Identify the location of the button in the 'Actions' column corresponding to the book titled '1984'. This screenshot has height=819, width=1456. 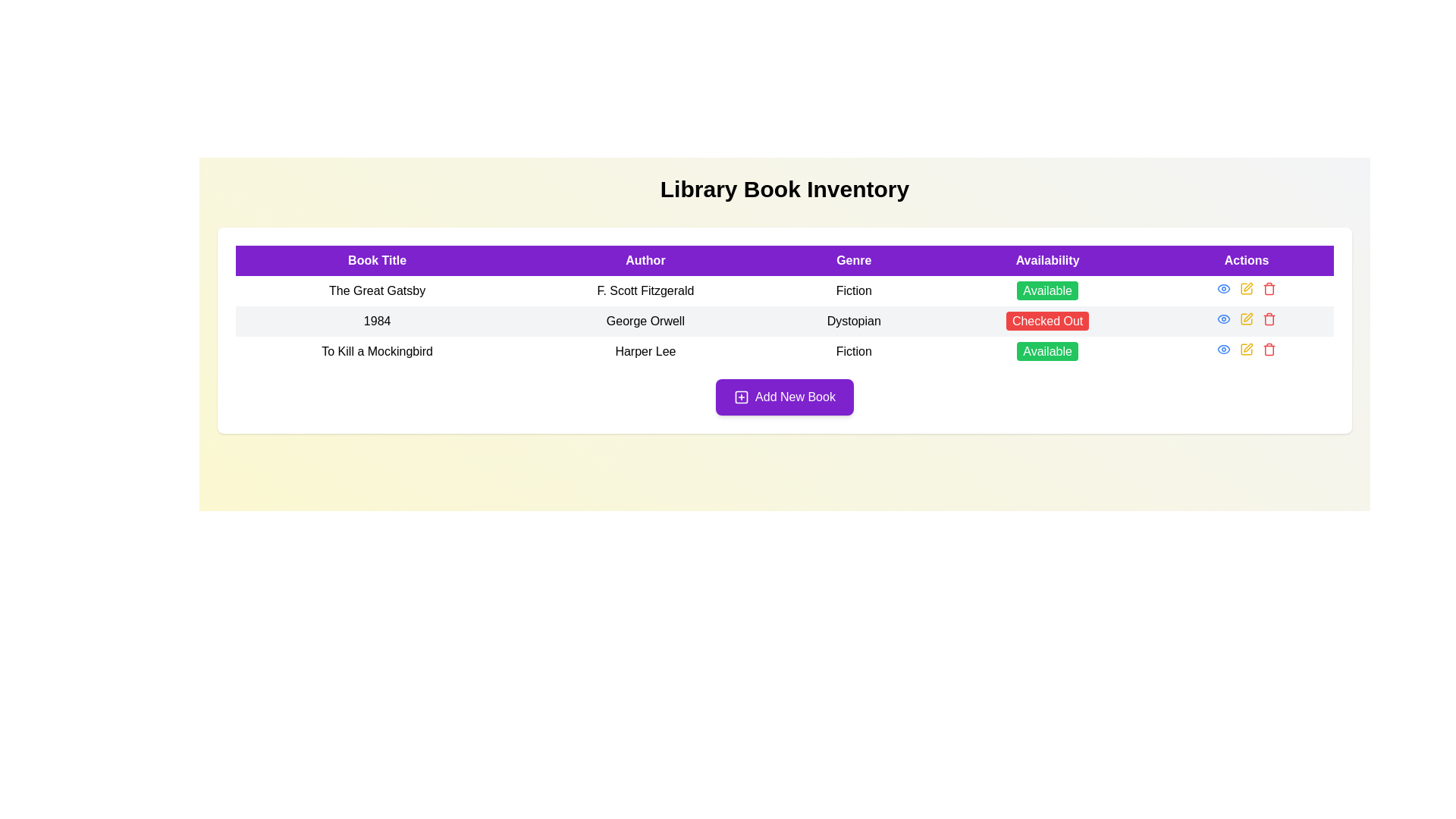
(1223, 289).